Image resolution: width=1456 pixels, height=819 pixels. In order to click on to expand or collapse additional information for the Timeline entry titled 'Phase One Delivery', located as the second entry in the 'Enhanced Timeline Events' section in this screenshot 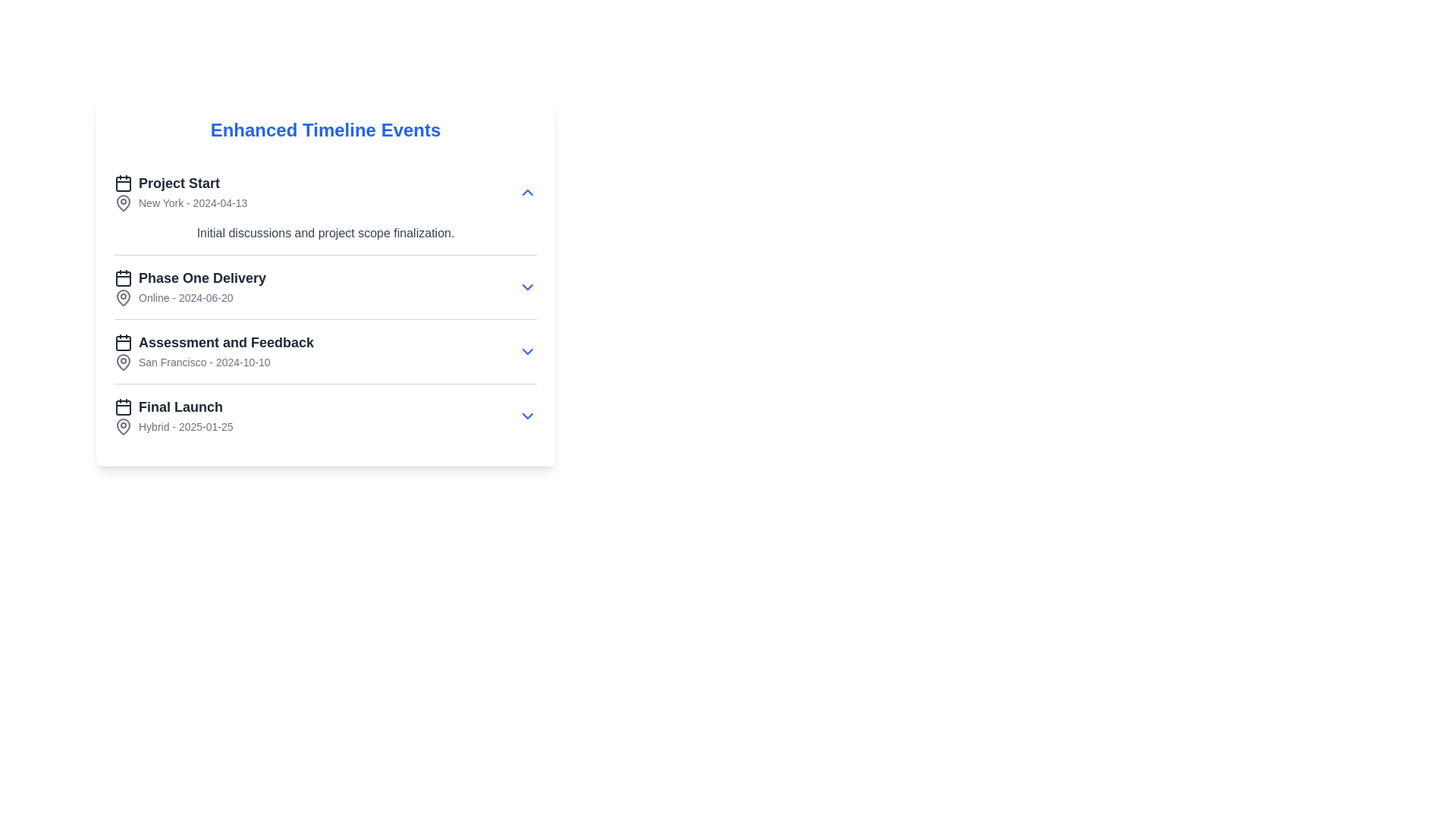, I will do `click(325, 304)`.